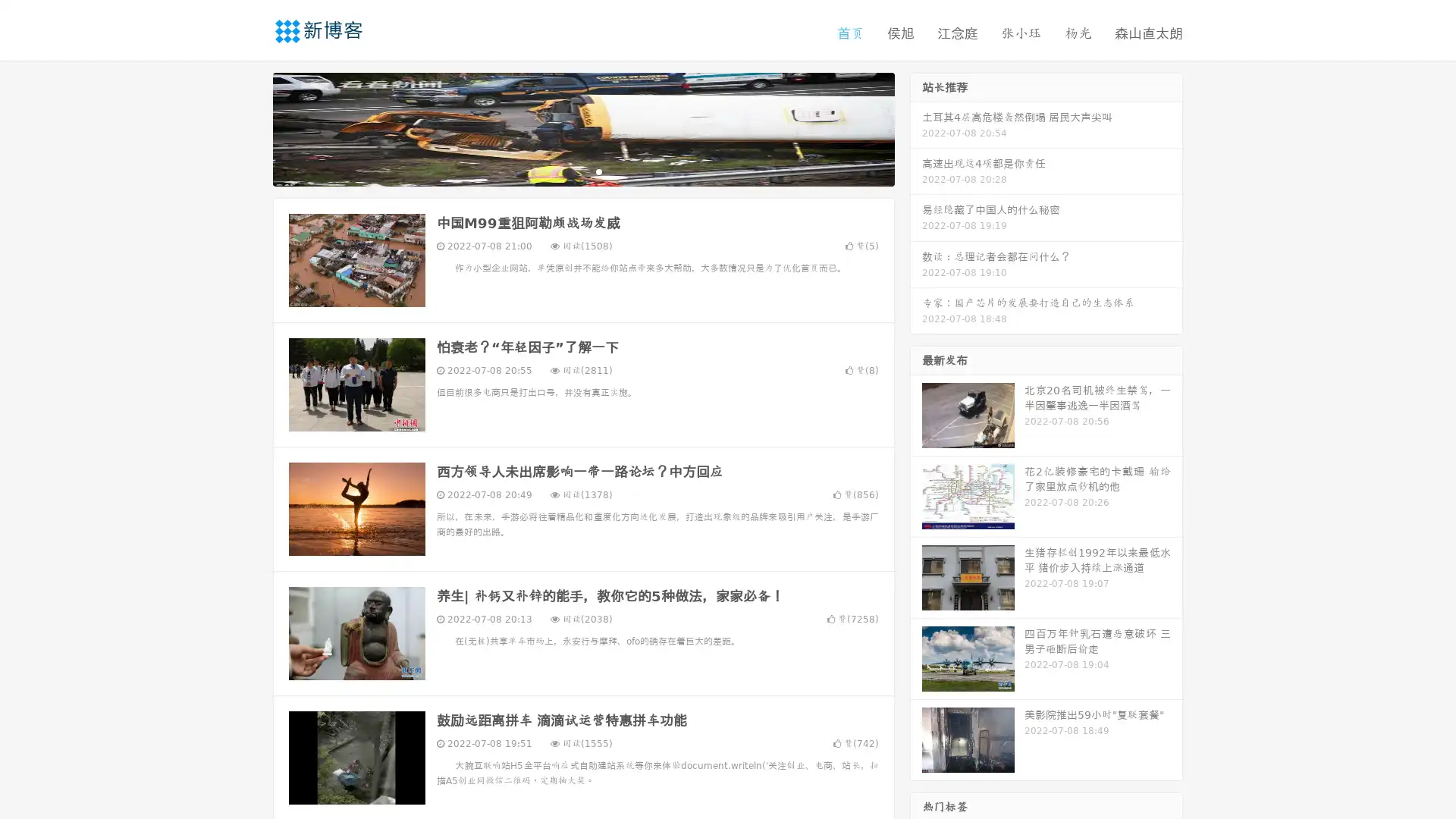 Image resolution: width=1456 pixels, height=819 pixels. Describe the element at coordinates (250, 127) in the screenshot. I see `Previous slide` at that location.